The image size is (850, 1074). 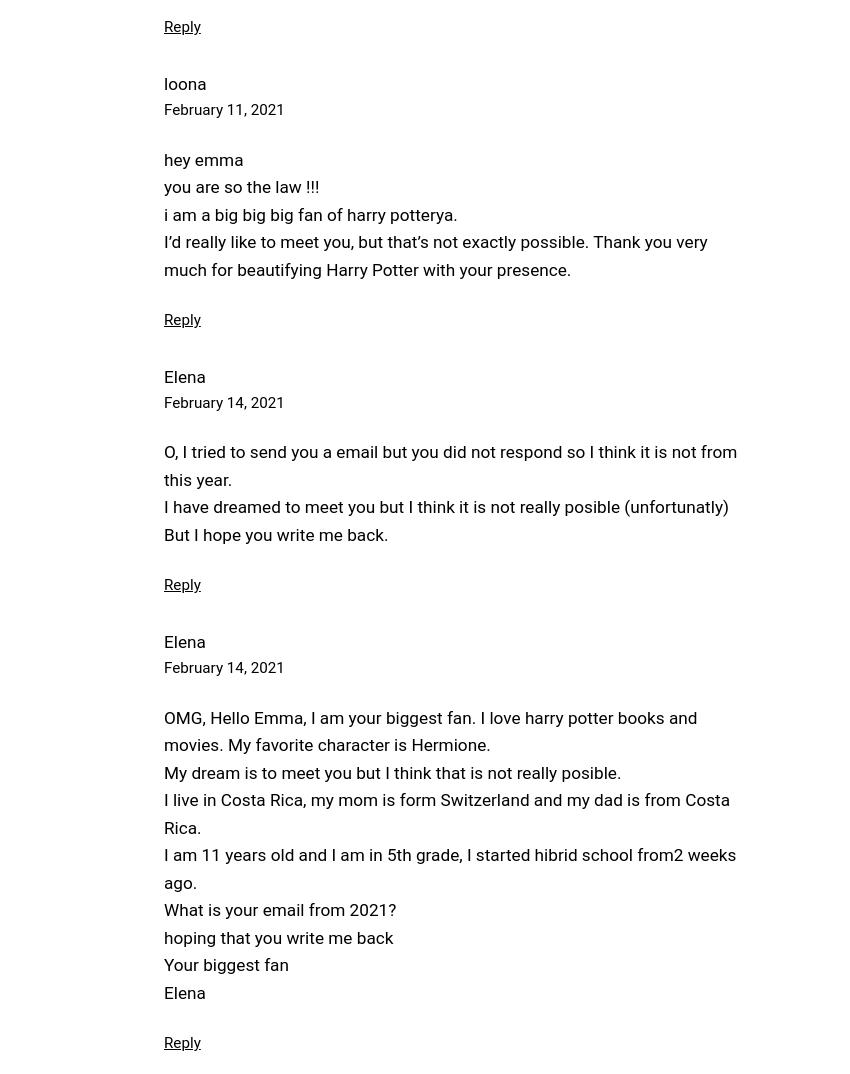 What do you see at coordinates (278, 909) in the screenshot?
I see `'What is your email from 2021?'` at bounding box center [278, 909].